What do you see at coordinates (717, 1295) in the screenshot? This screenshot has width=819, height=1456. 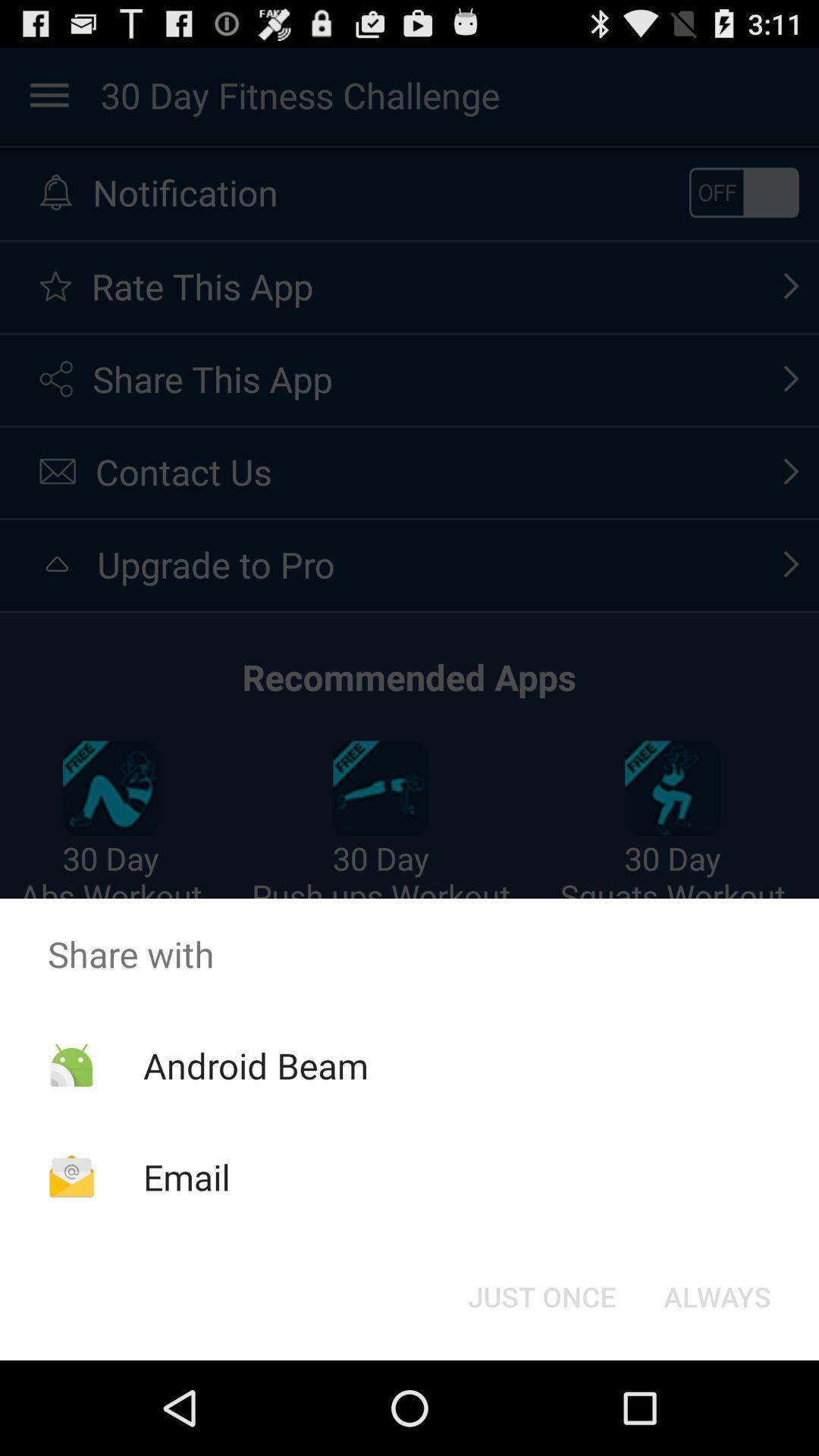 I see `item below the share with app` at bounding box center [717, 1295].